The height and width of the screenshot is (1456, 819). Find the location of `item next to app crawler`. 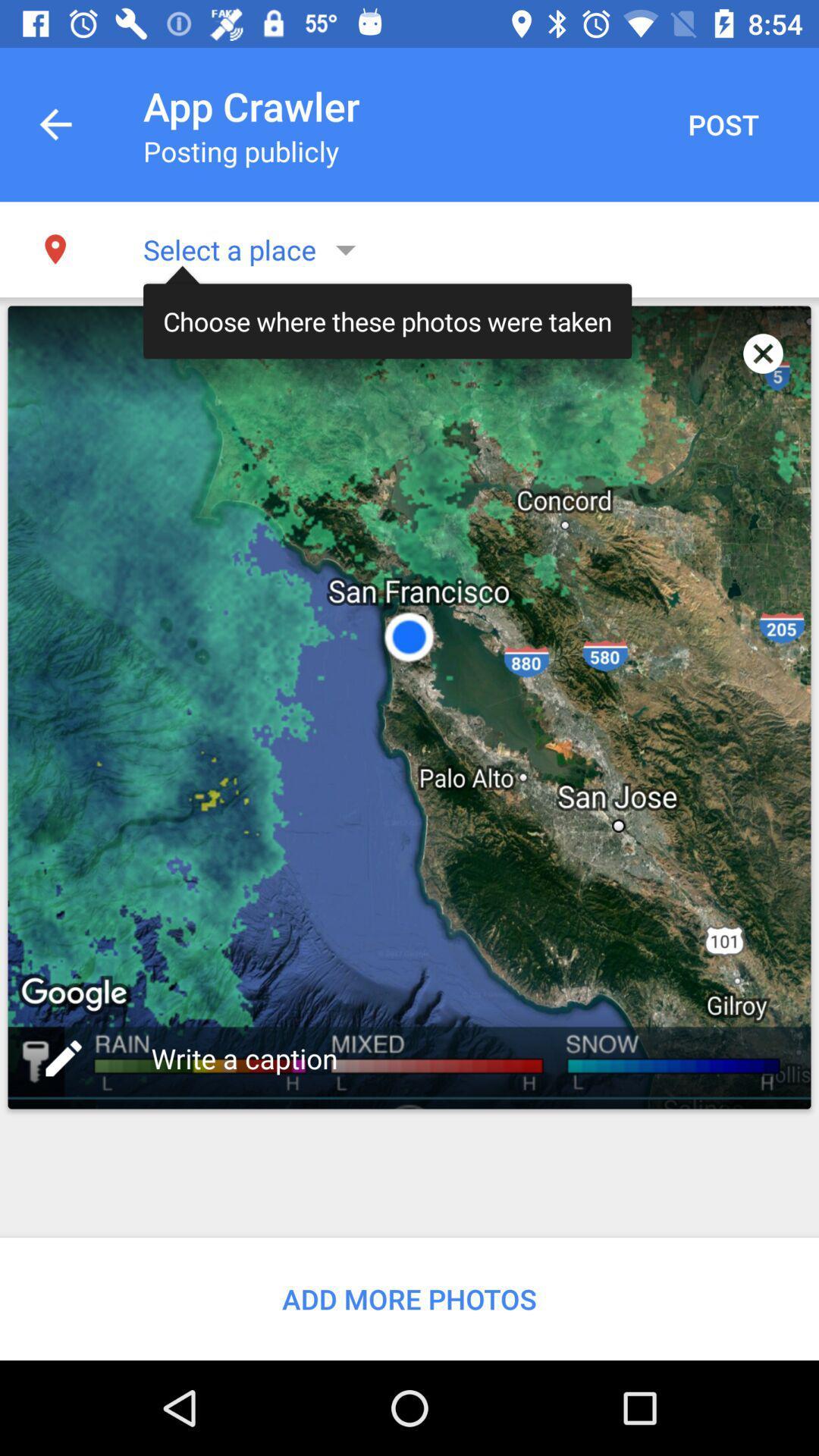

item next to app crawler is located at coordinates (722, 124).